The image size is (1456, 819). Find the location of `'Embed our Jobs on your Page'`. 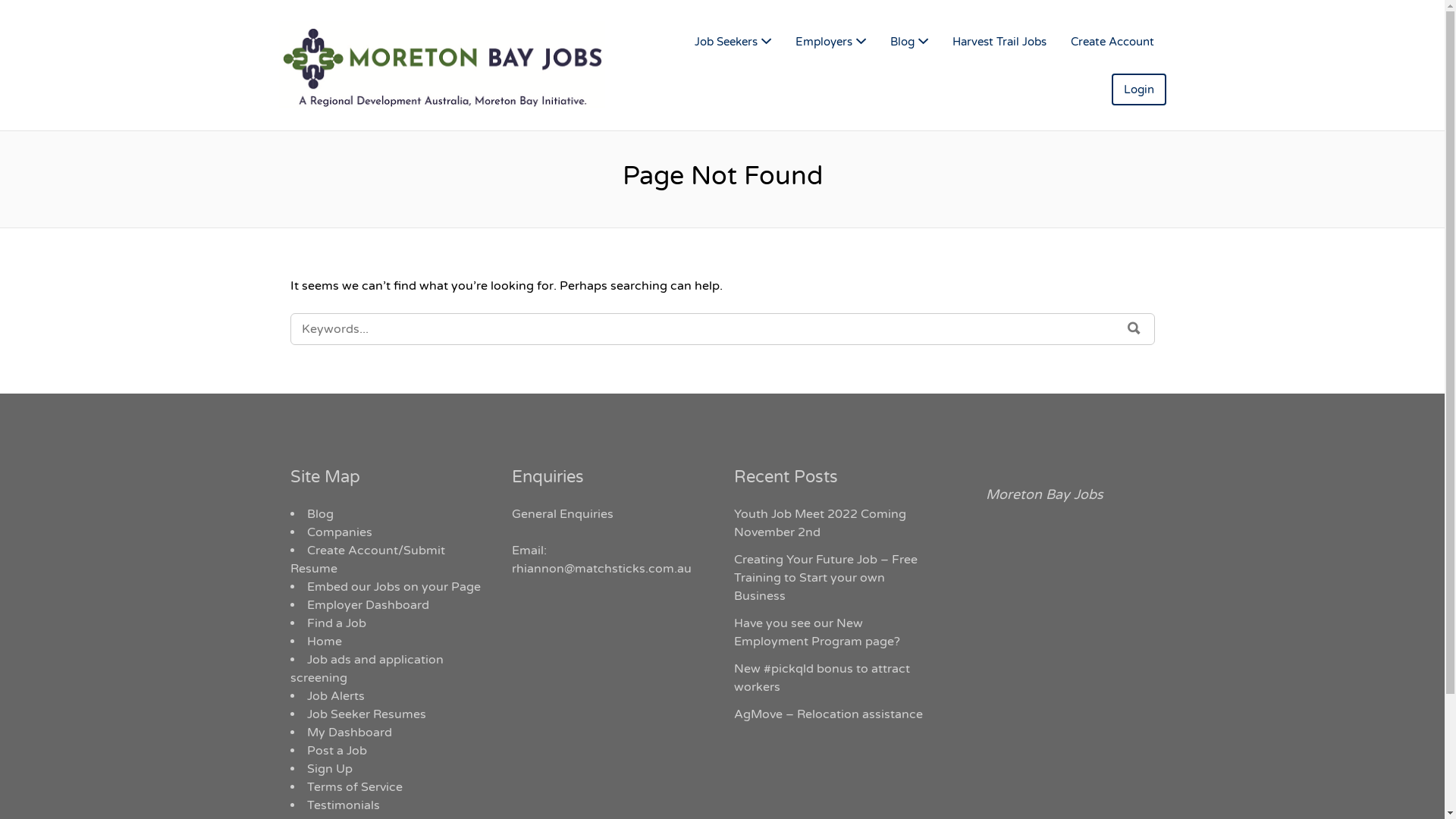

'Embed our Jobs on your Page' is located at coordinates (305, 586).